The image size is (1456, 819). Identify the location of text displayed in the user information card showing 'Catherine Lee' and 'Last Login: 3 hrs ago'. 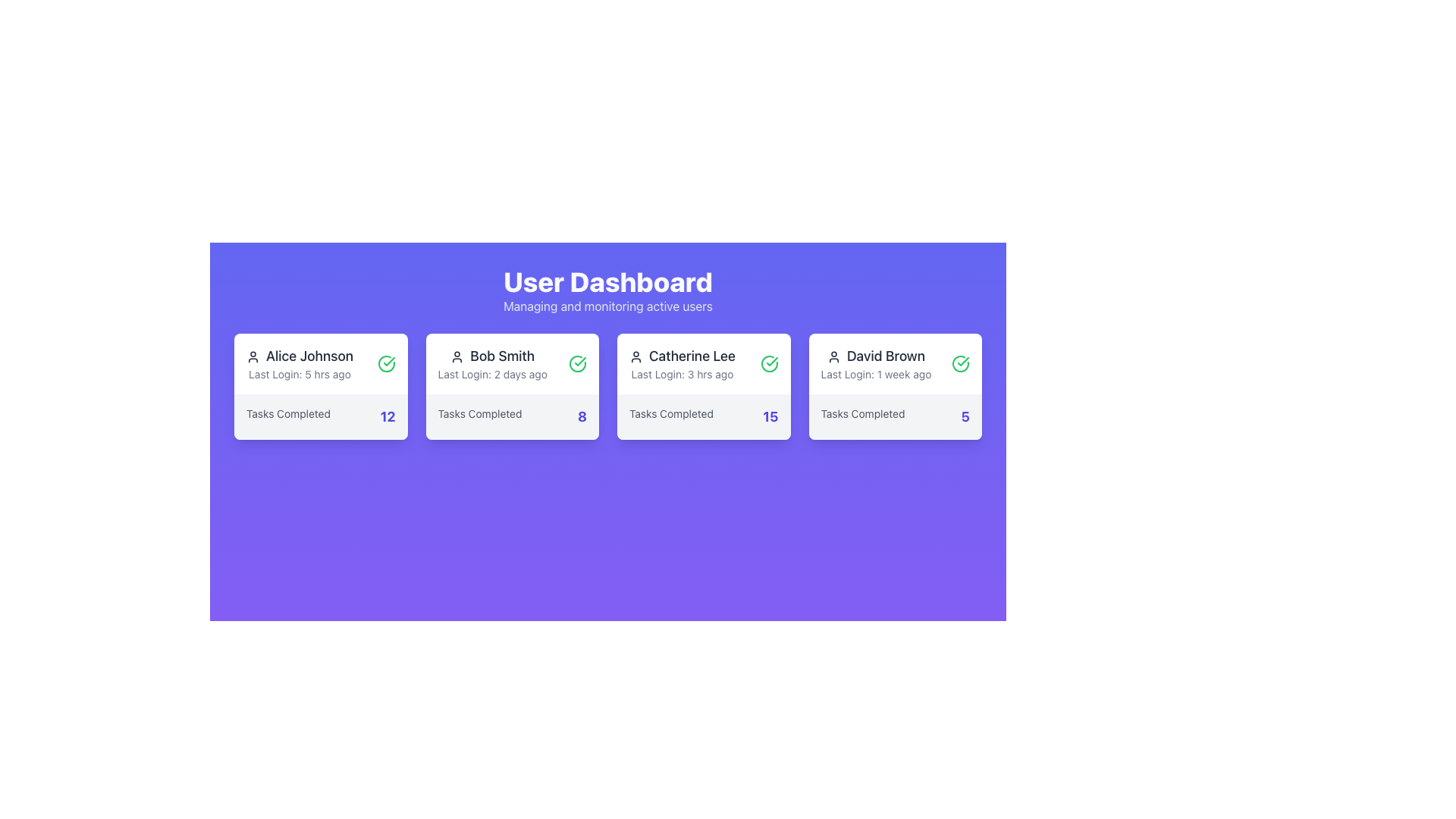
(681, 363).